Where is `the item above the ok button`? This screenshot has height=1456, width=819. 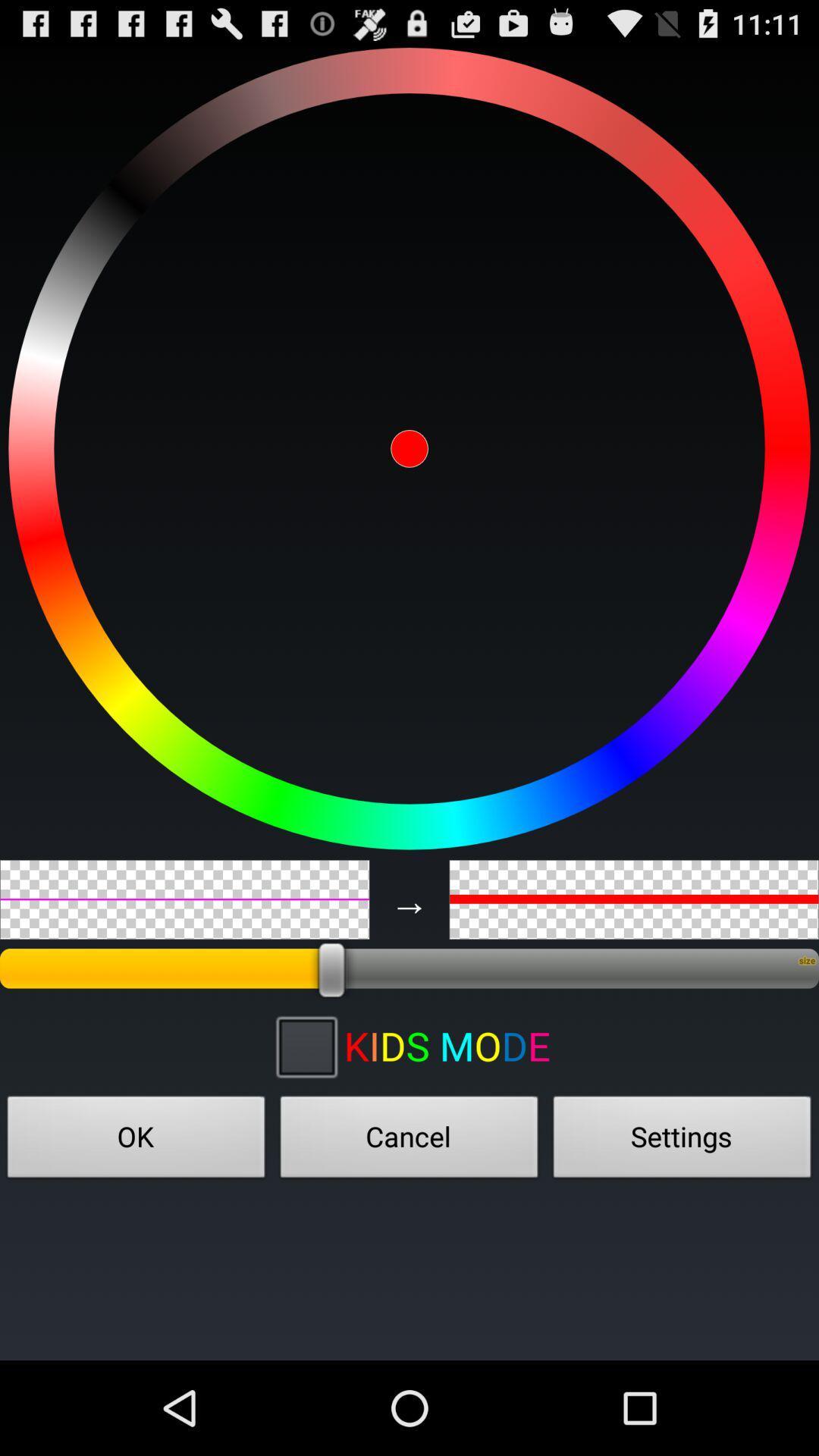
the item above the ok button is located at coordinates (306, 1045).